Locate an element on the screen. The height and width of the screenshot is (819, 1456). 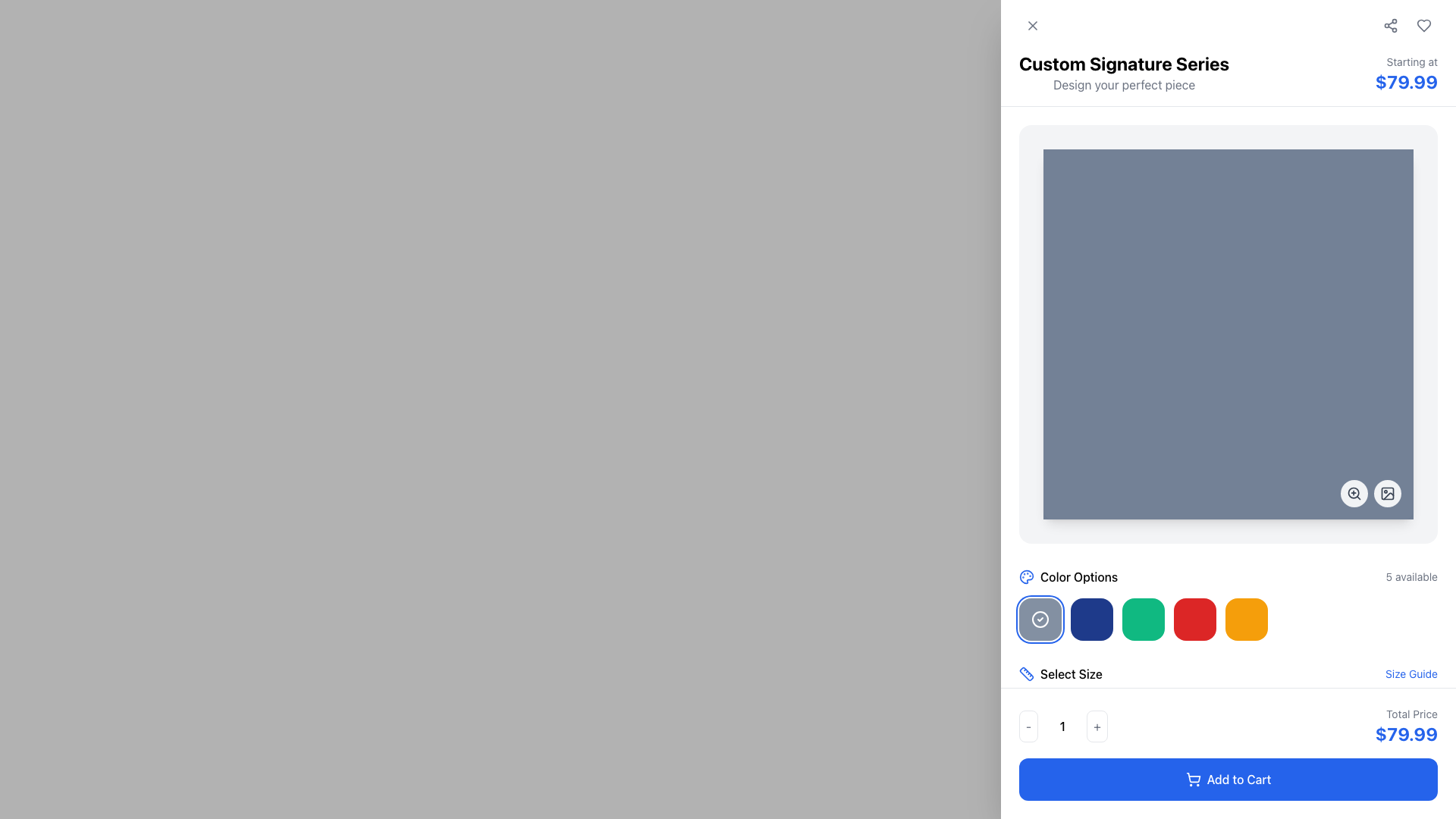
the first circular button in the 'Color Options' section, which serves as an indicator of the currently selected option or status is located at coordinates (1040, 620).